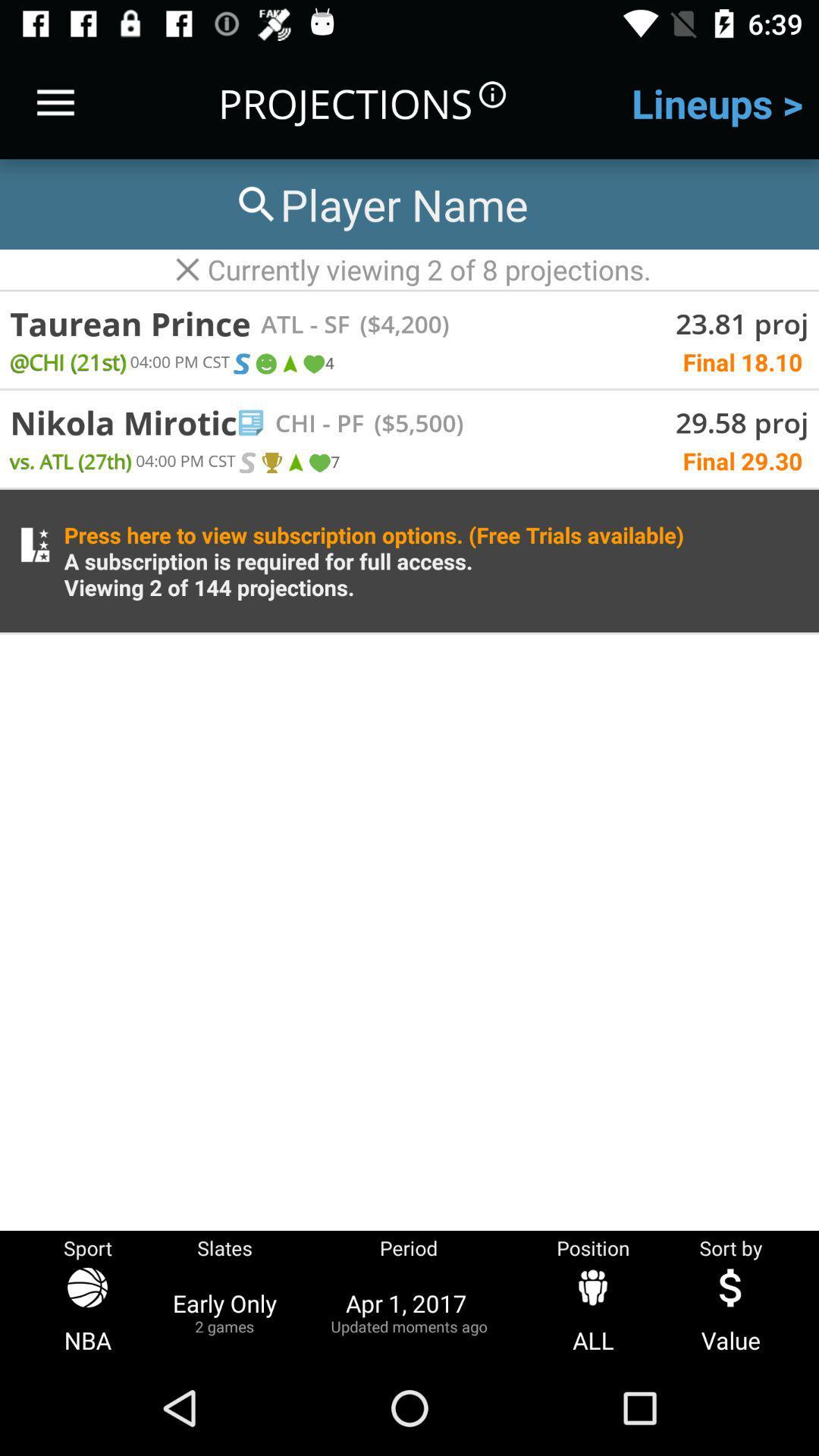  Describe the element at coordinates (265, 364) in the screenshot. I see `emoji in first row` at that location.